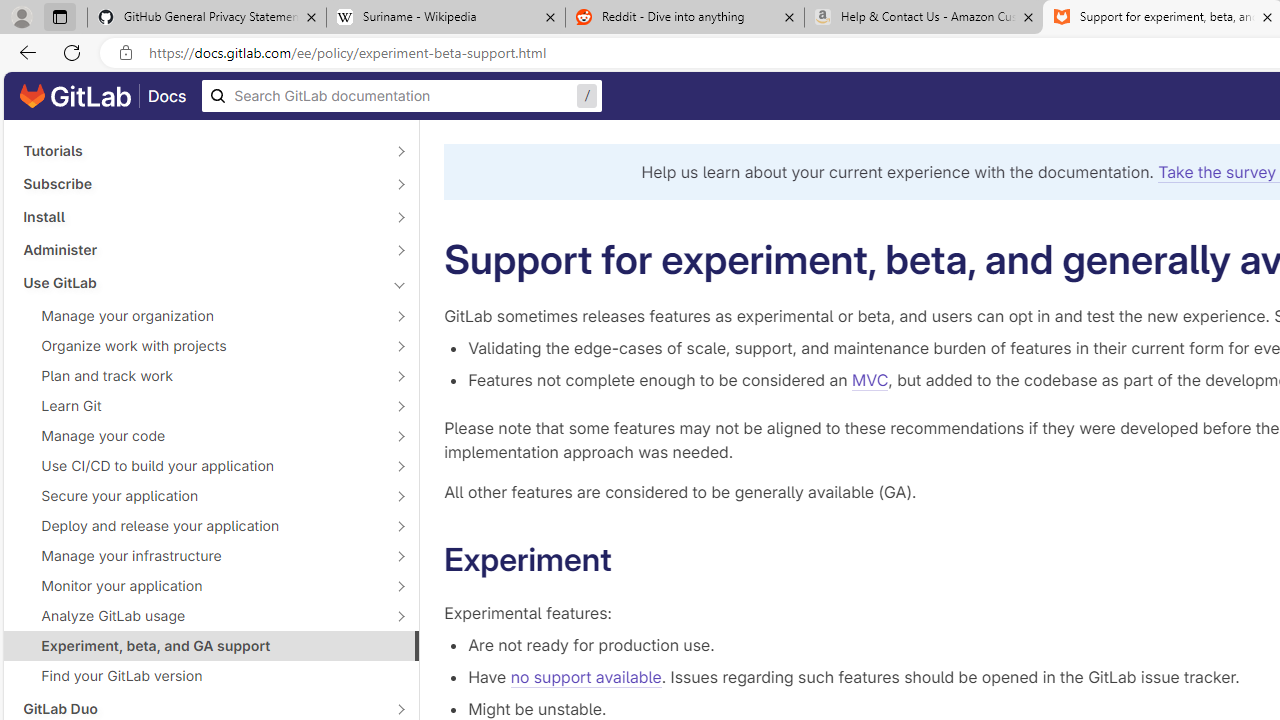 The image size is (1280, 720). Describe the element at coordinates (207, 17) in the screenshot. I see `'GitHub General Privacy Statement - GitHub Docs'` at that location.